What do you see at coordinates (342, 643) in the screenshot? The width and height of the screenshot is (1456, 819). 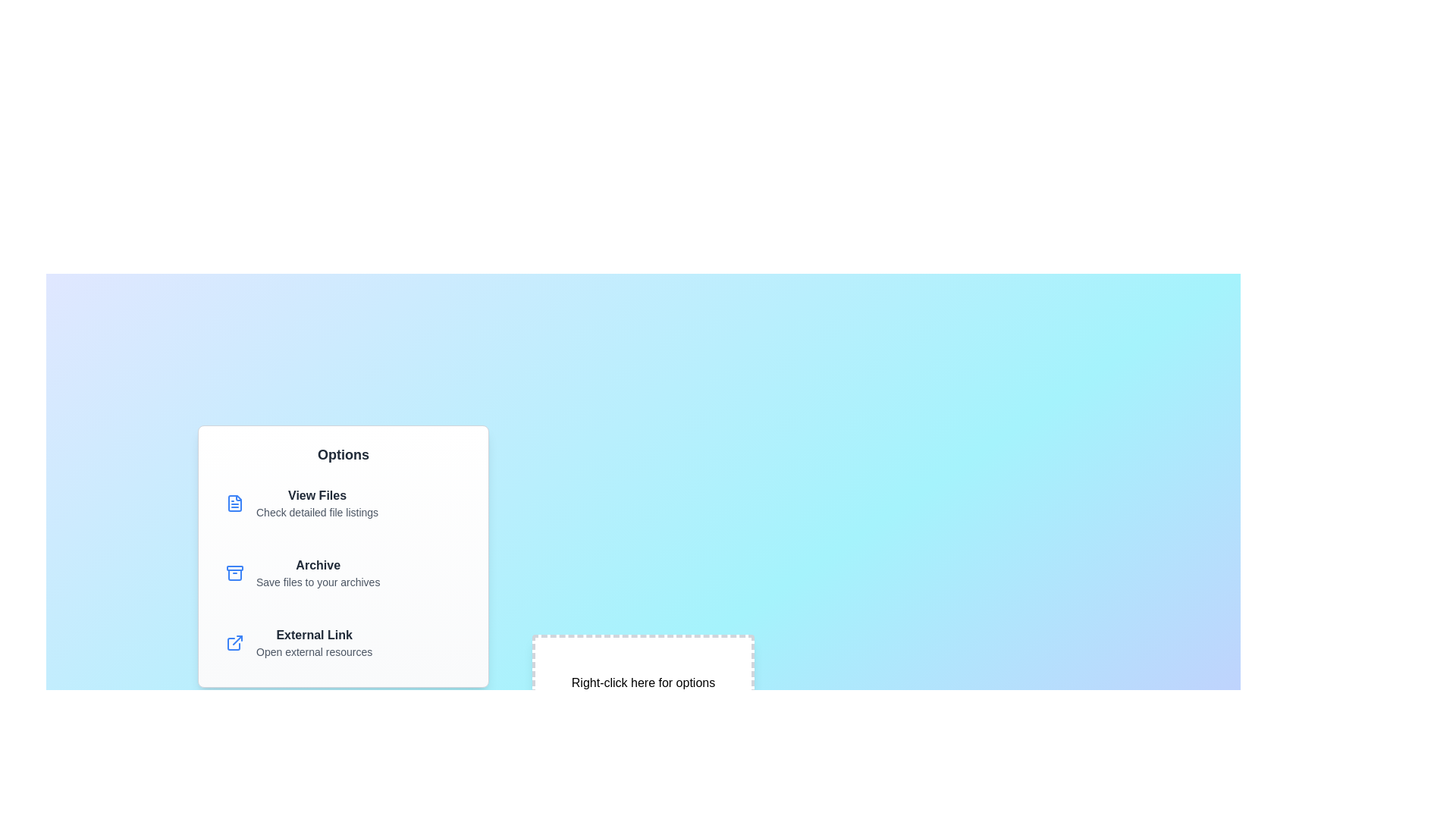 I see `the menu item 'External Link' to view its hover effect` at bounding box center [342, 643].